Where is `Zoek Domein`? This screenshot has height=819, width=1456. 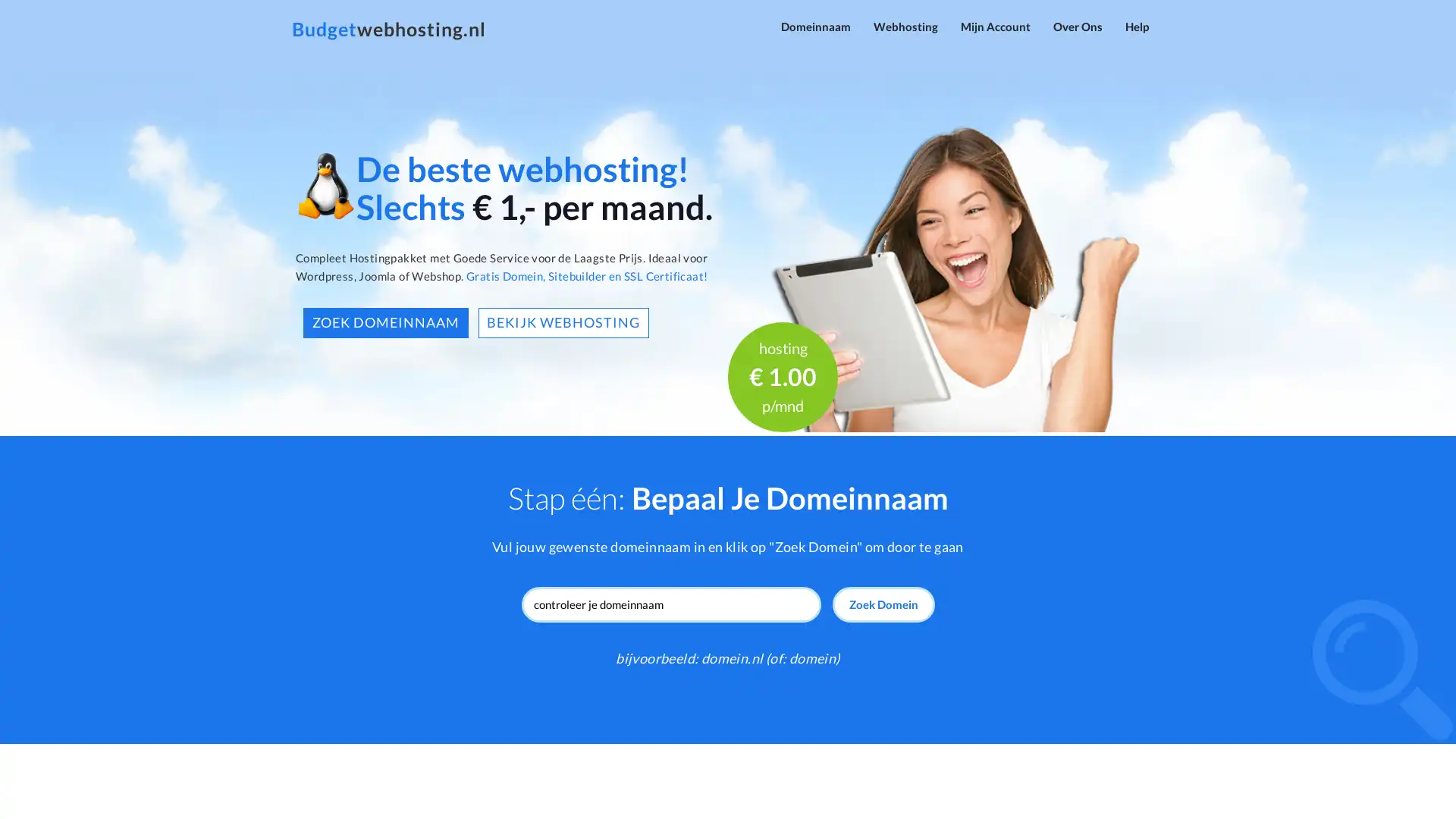 Zoek Domein is located at coordinates (883, 604).